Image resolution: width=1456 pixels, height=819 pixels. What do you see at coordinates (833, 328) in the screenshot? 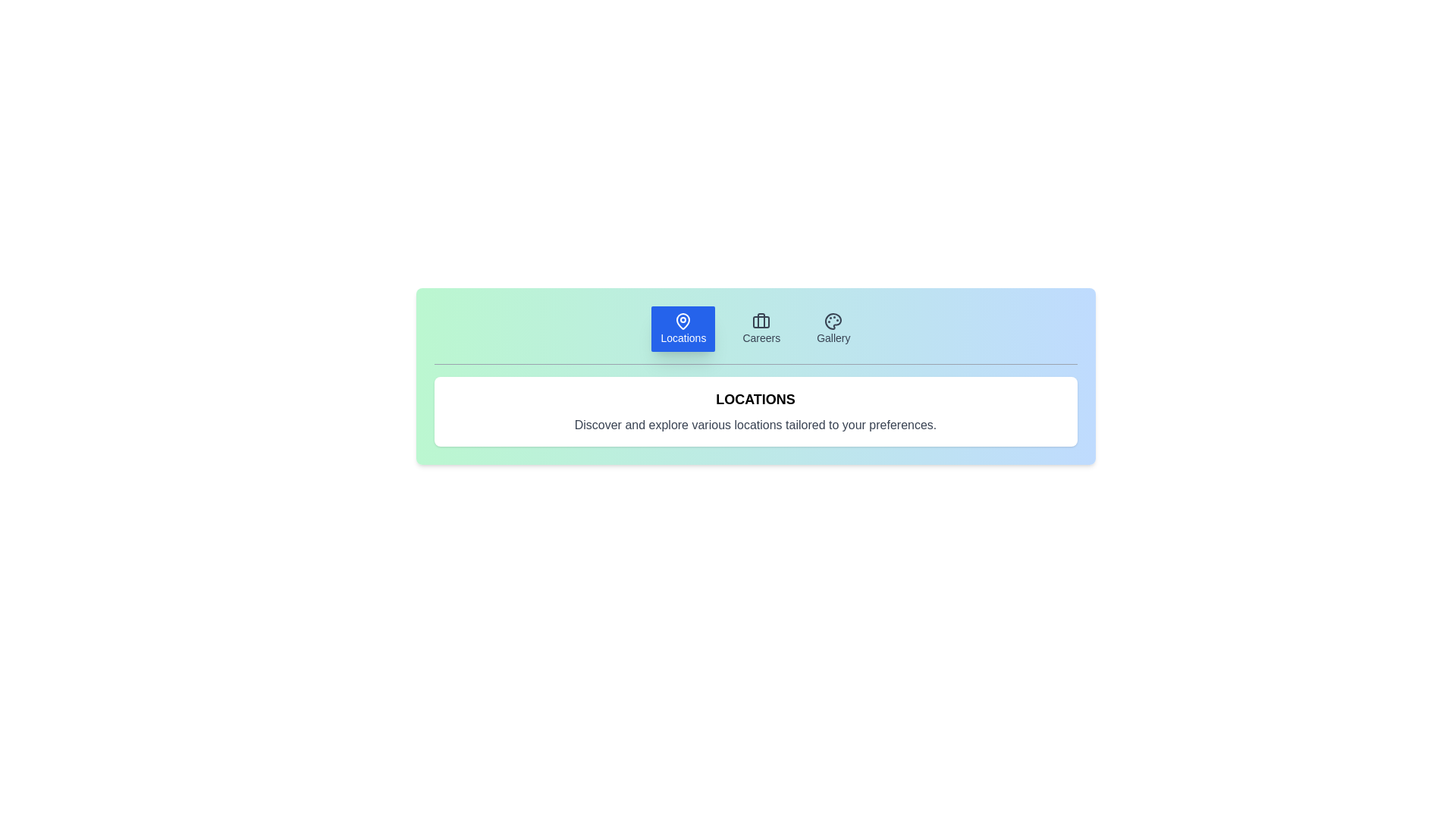
I see `the Gallery tab to display its content` at bounding box center [833, 328].